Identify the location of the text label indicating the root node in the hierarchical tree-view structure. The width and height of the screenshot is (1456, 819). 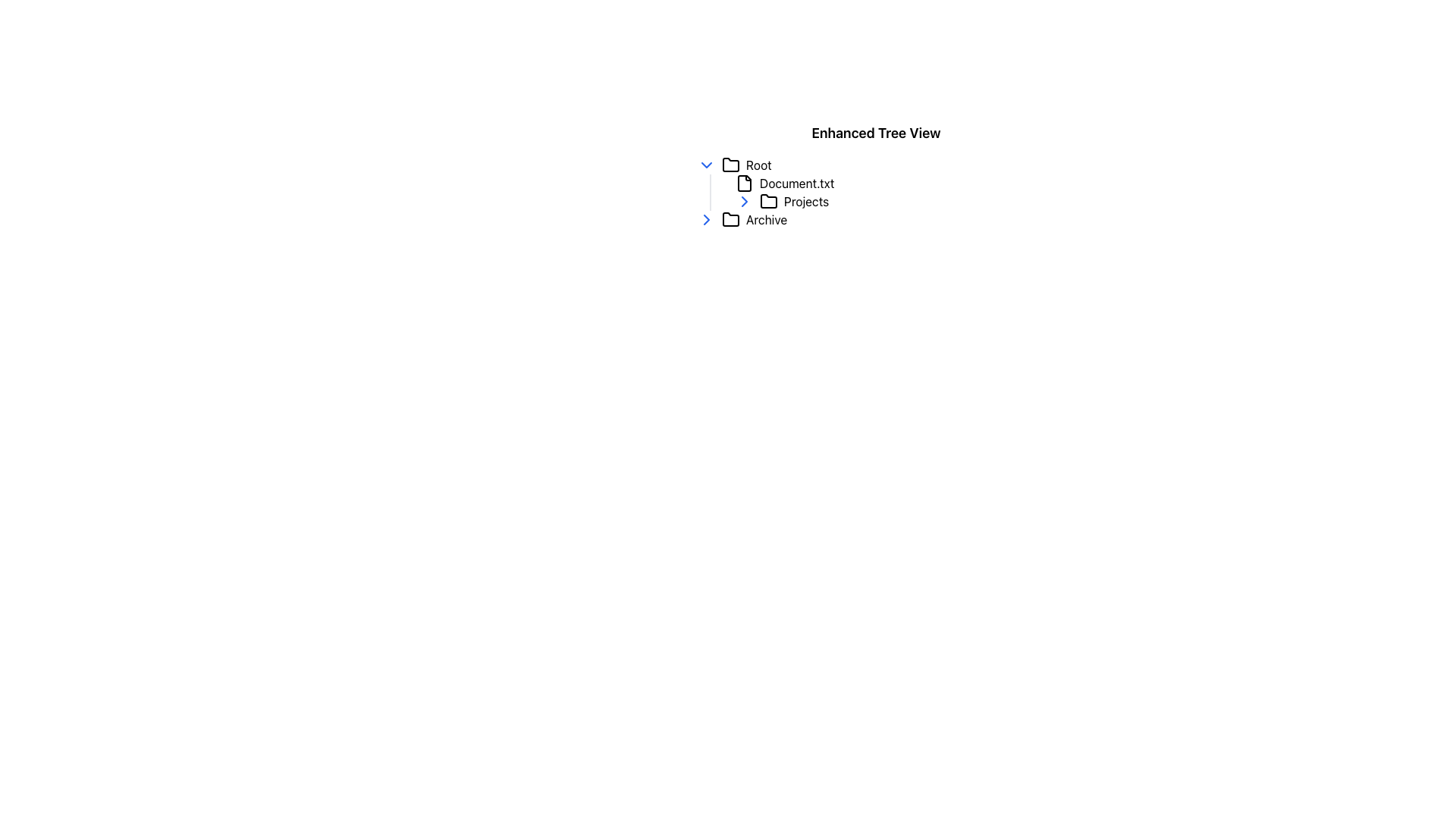
(758, 165).